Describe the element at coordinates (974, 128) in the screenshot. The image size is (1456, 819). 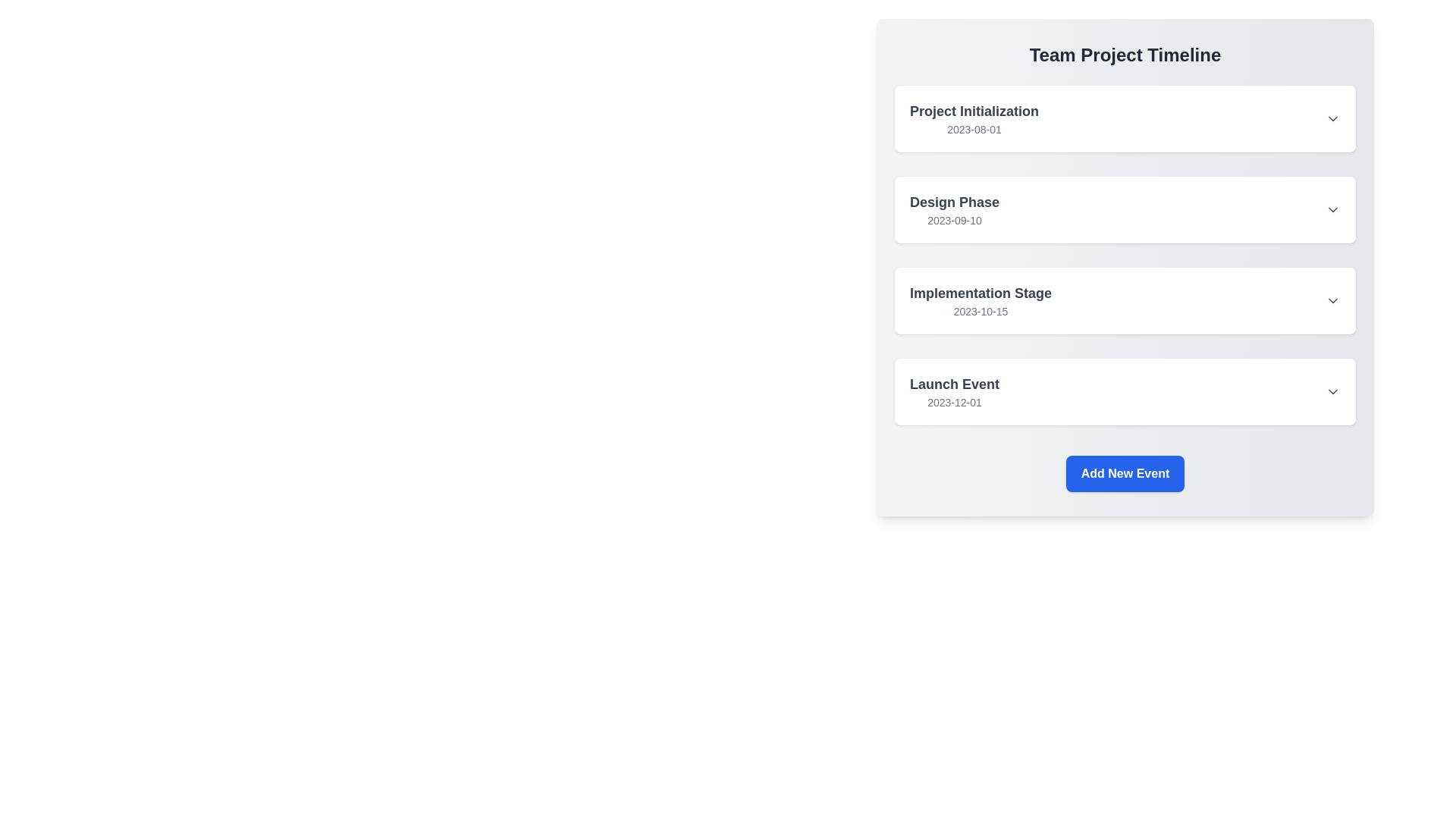
I see `the text label displaying the date '2023-08-01', which is styled in light gray and located directly below the bold 'Project Initialization' label in the timeline component` at that location.